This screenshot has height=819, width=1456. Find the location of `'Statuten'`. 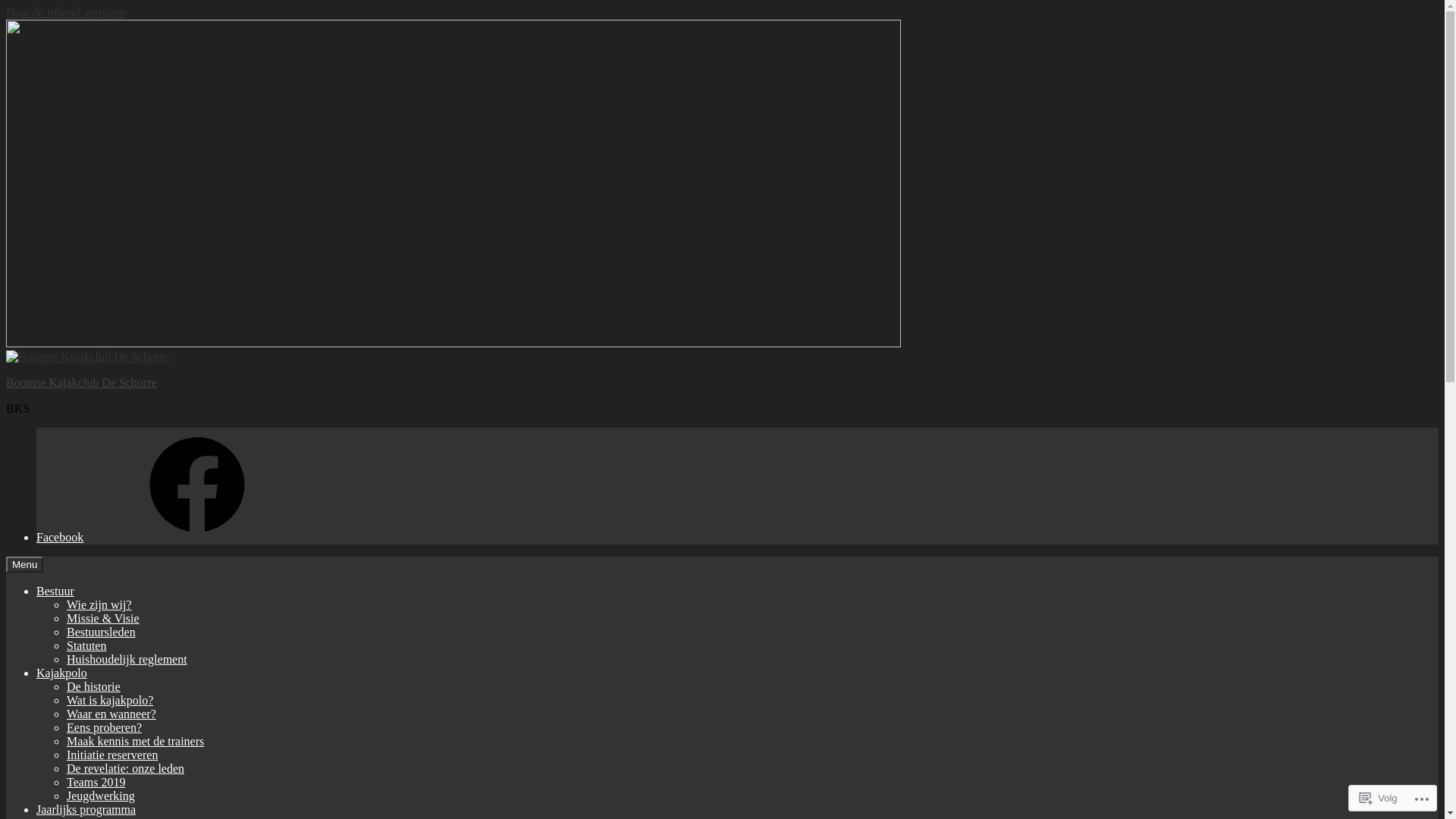

'Statuten' is located at coordinates (86, 645).